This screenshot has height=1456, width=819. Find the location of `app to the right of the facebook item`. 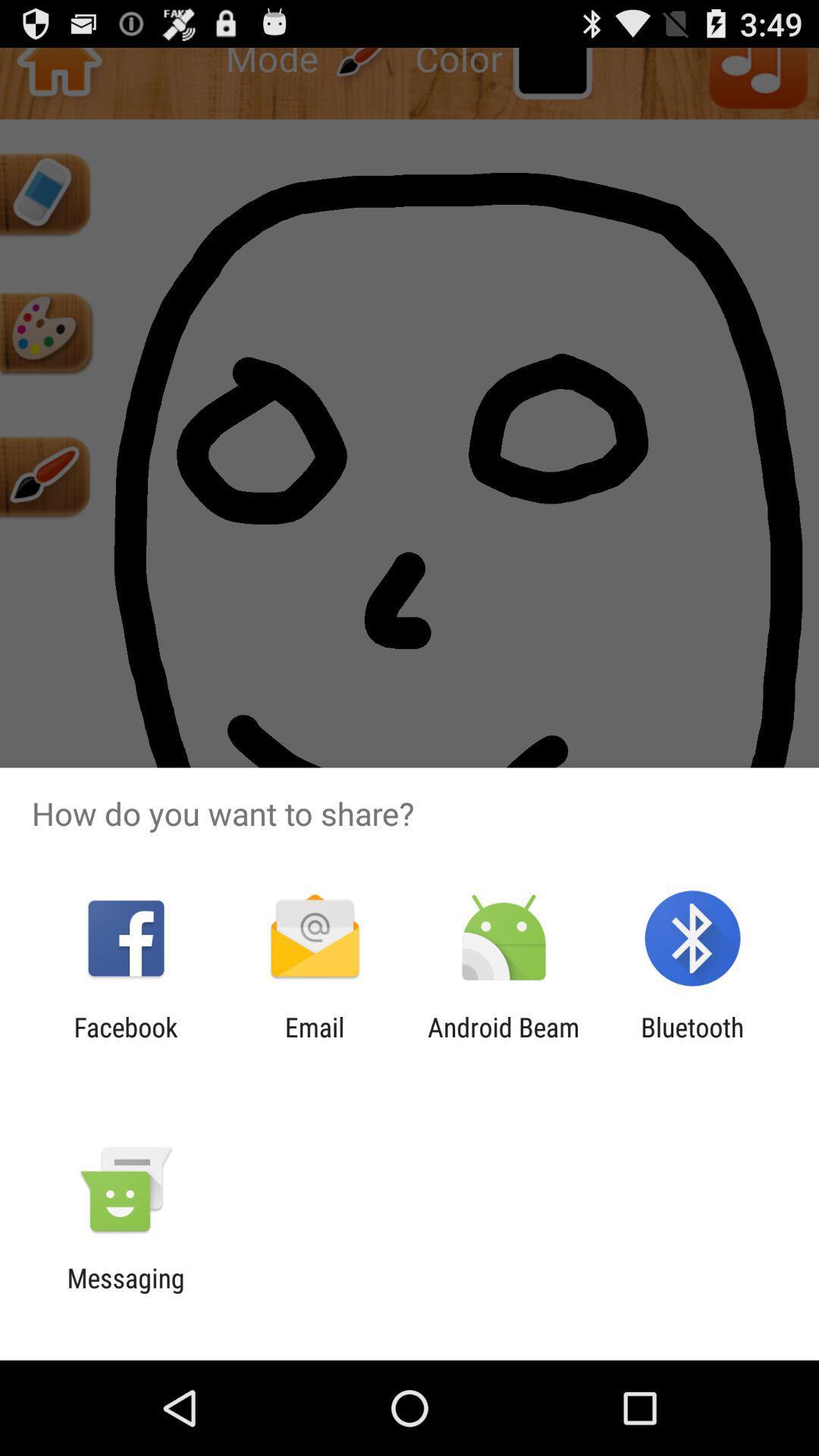

app to the right of the facebook item is located at coordinates (314, 1042).